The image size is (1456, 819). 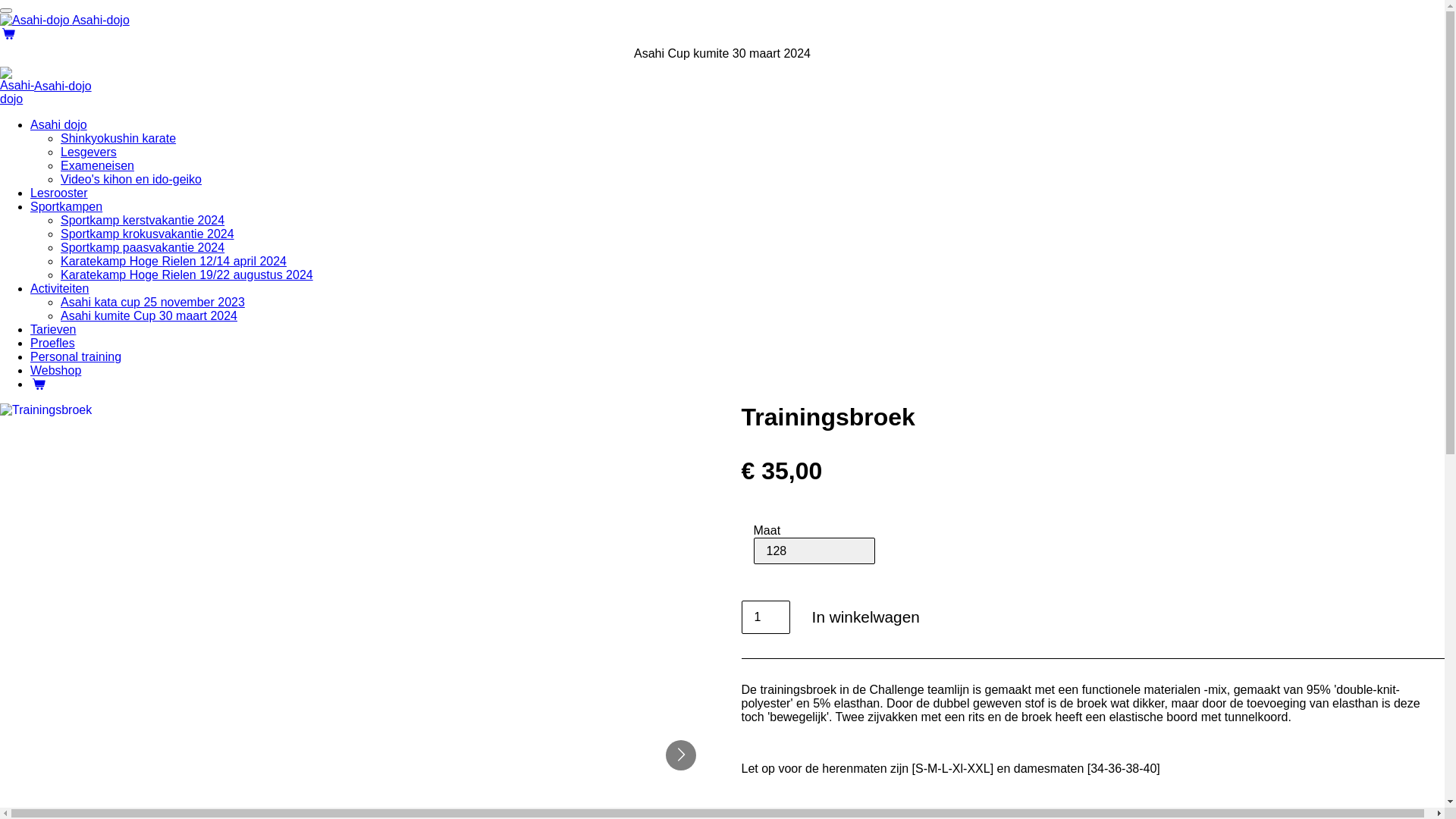 I want to click on 'Video's kihon en ido-geiko', so click(x=61, y=178).